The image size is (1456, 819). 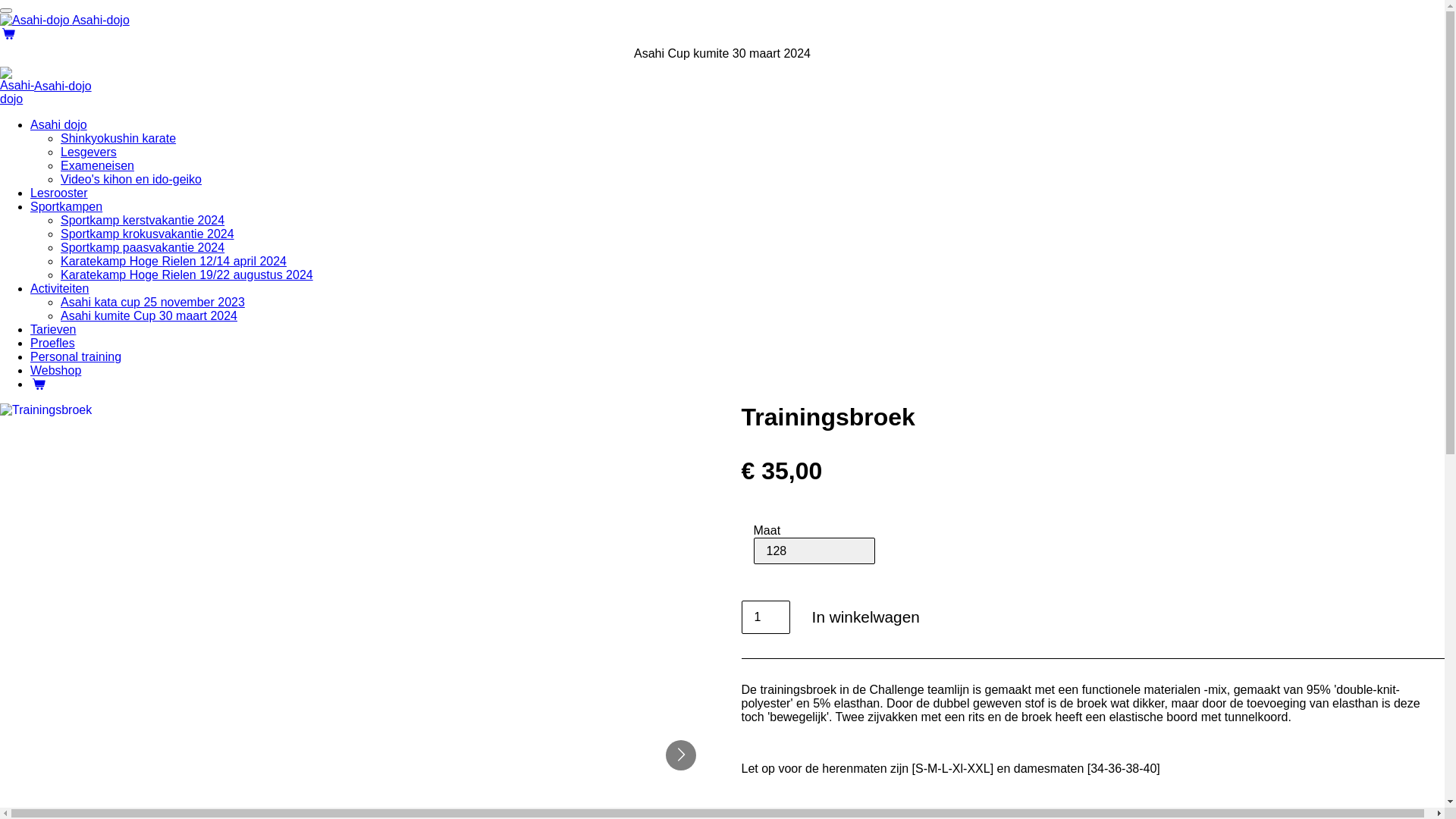 I want to click on 'Video's kihon en ido-geiko', so click(x=61, y=178).